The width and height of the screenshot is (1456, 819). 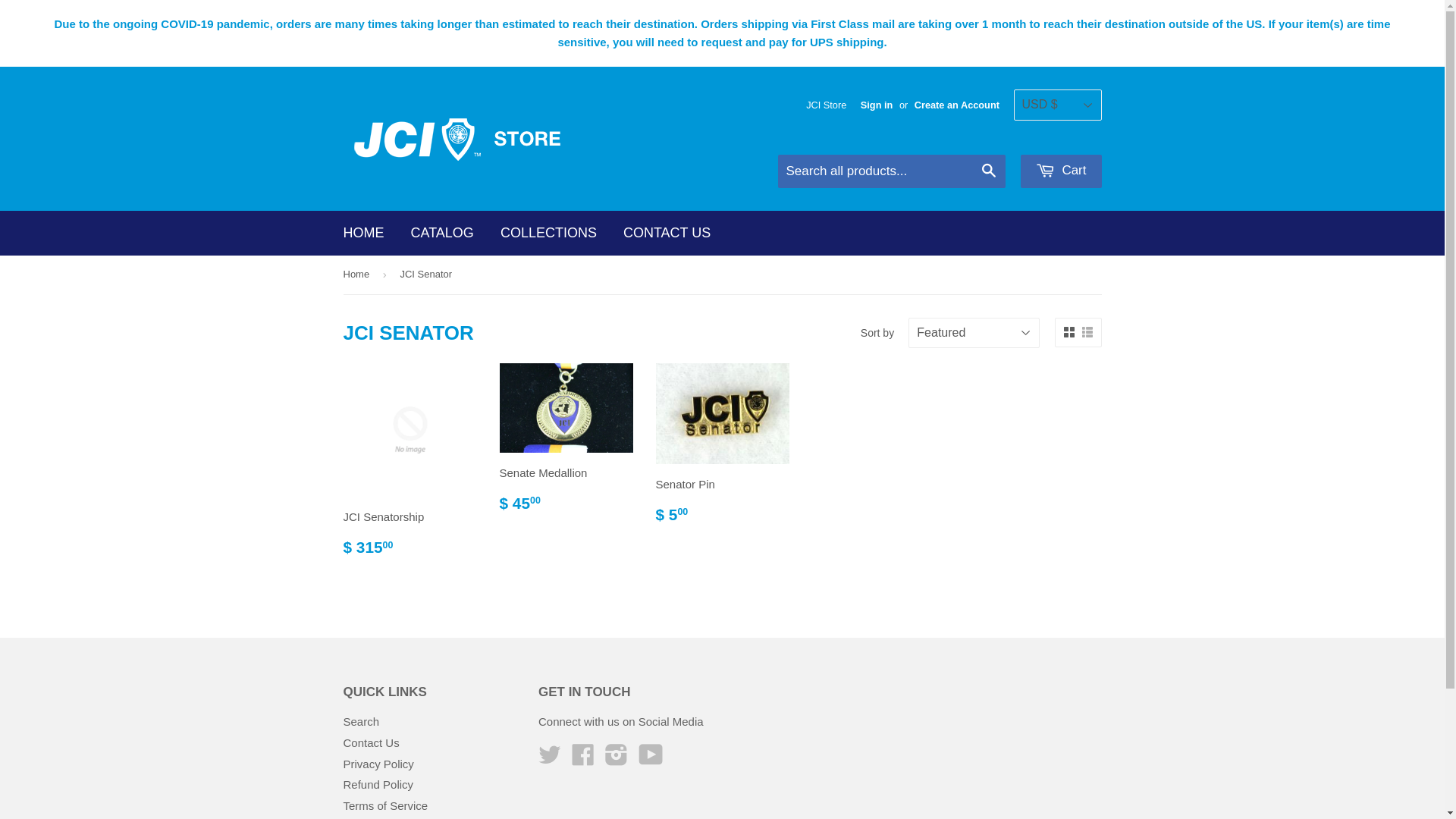 What do you see at coordinates (548, 233) in the screenshot?
I see `'COLLECTIONS'` at bounding box center [548, 233].